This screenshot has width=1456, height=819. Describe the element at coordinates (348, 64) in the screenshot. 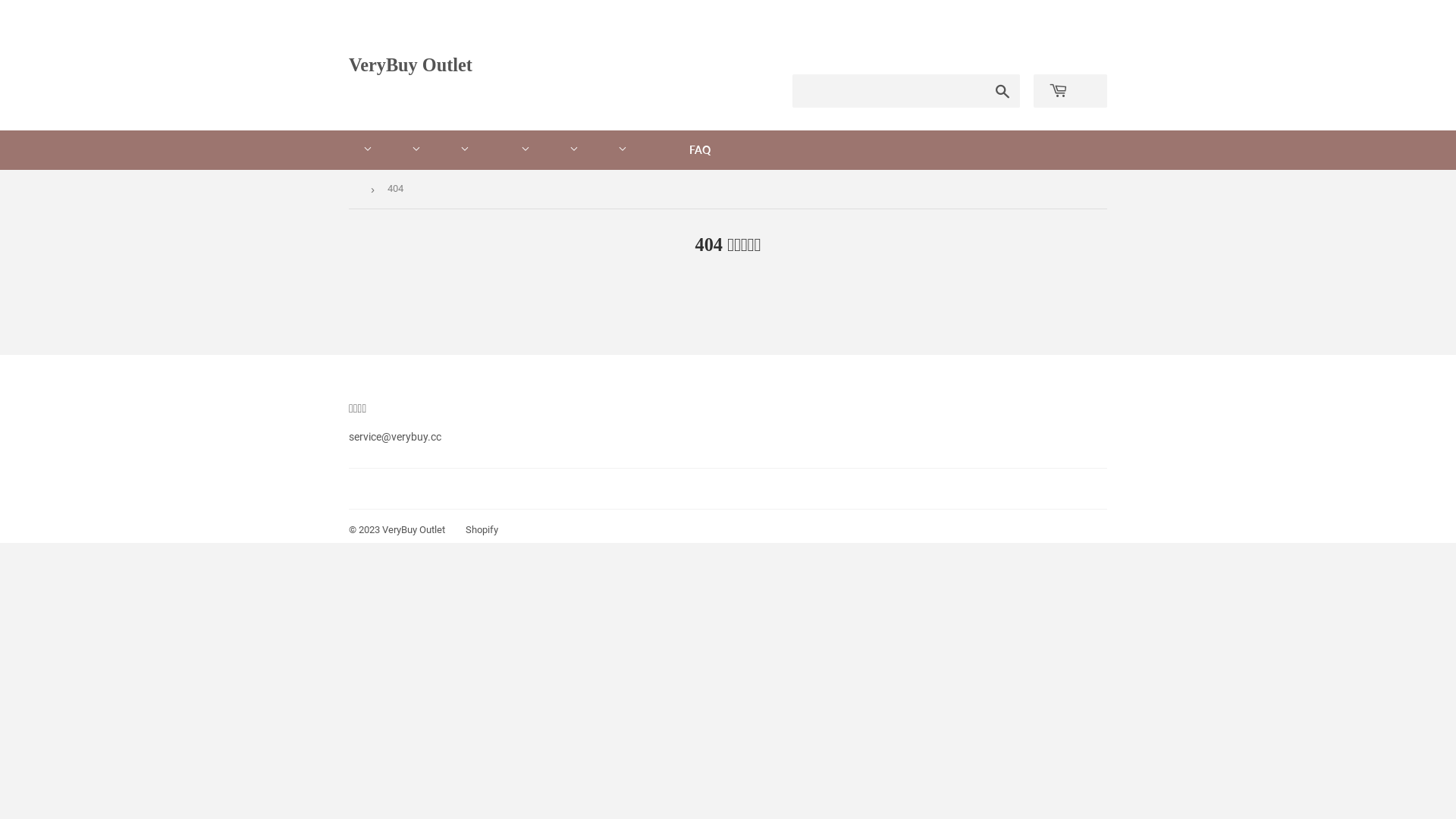

I see `'VeryBuy Outlet'` at that location.